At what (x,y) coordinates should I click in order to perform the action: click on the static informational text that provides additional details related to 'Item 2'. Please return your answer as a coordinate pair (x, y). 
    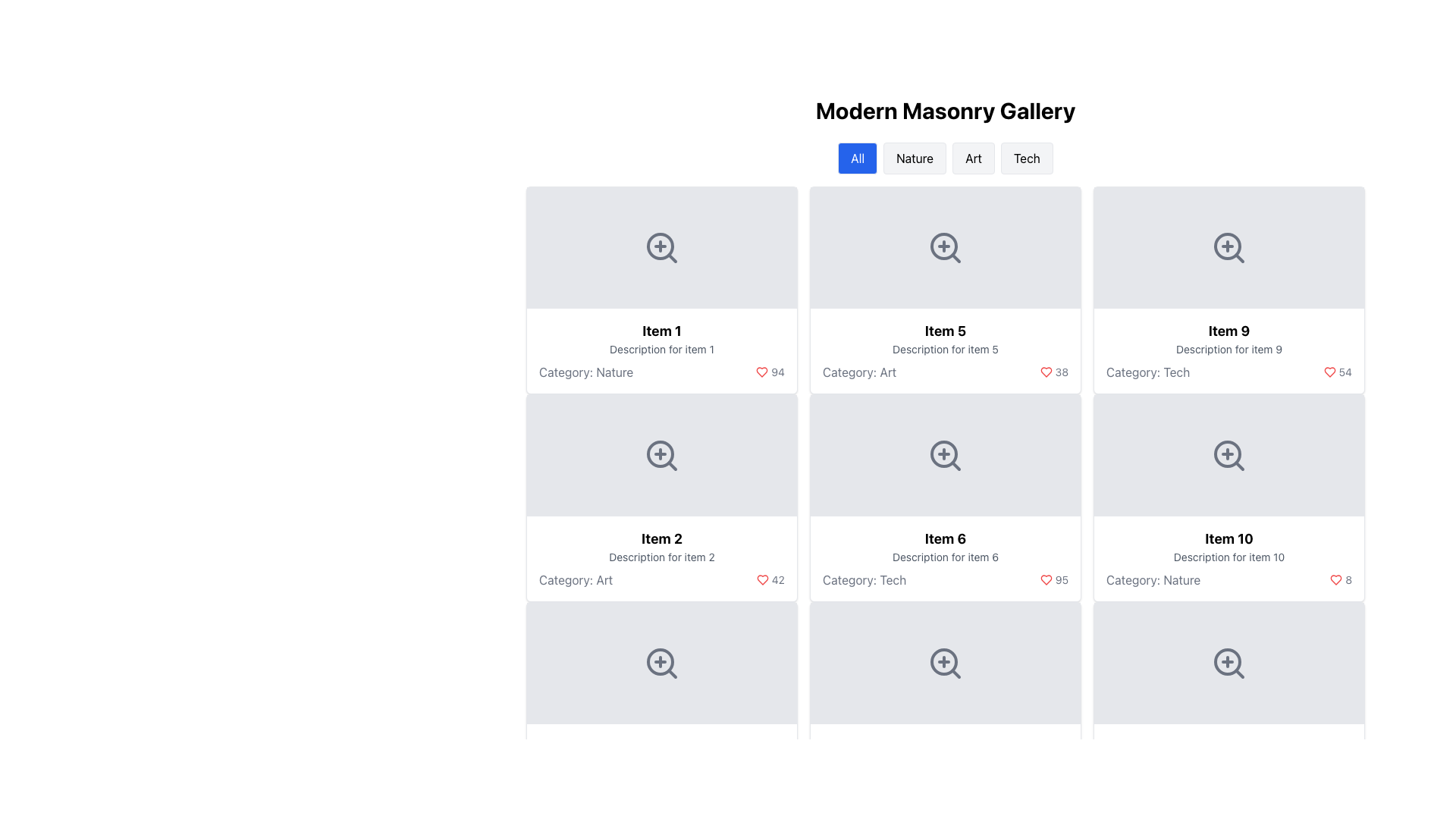
    Looking at the image, I should click on (662, 557).